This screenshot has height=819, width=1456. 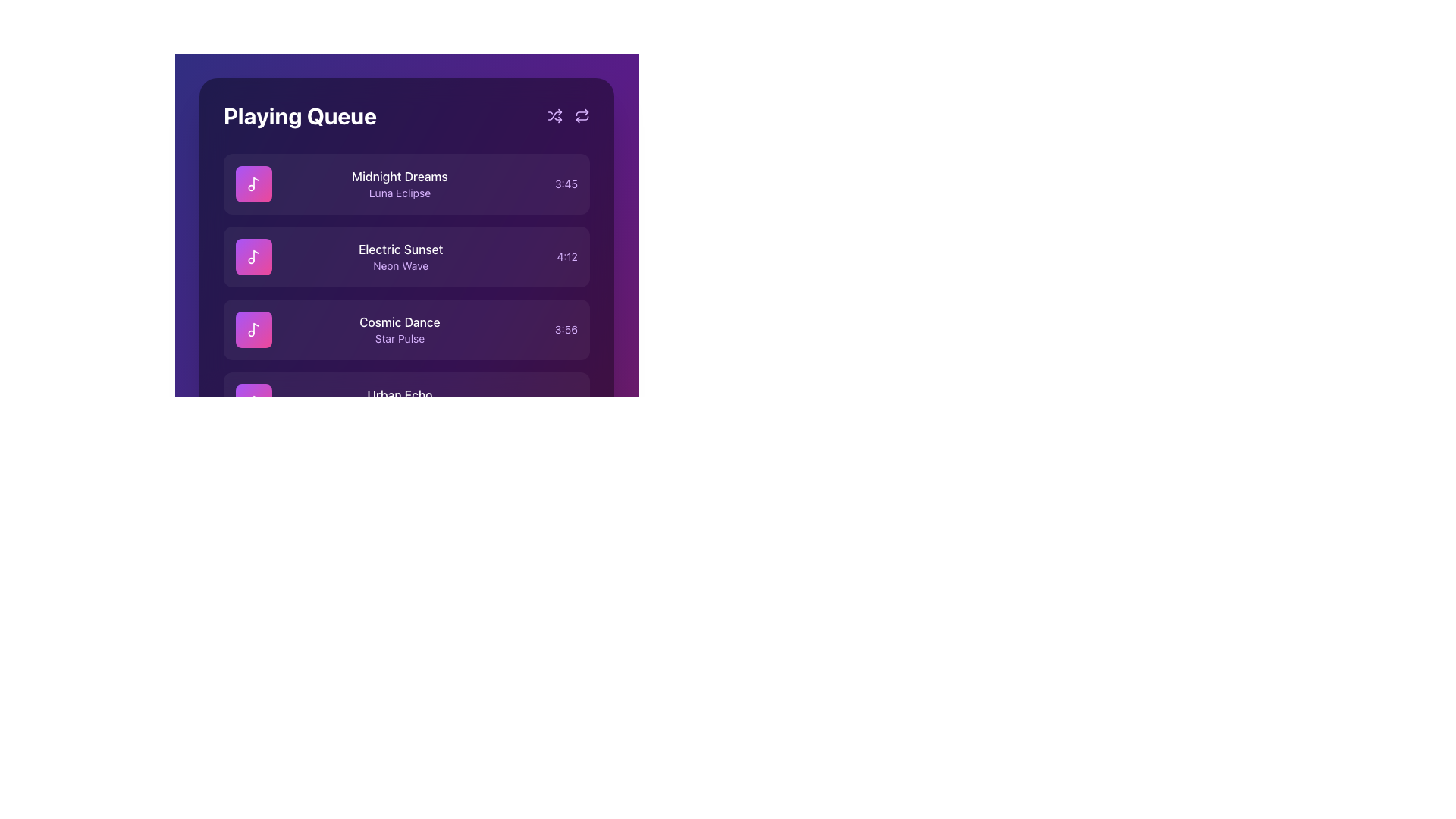 What do you see at coordinates (552, 184) in the screenshot?
I see `the text label displaying '3:45', which is styled in purple and indicates a timestamp, located on the right side of the song information card for 'Midnight Dreams' by 'Luna Eclipse'` at bounding box center [552, 184].